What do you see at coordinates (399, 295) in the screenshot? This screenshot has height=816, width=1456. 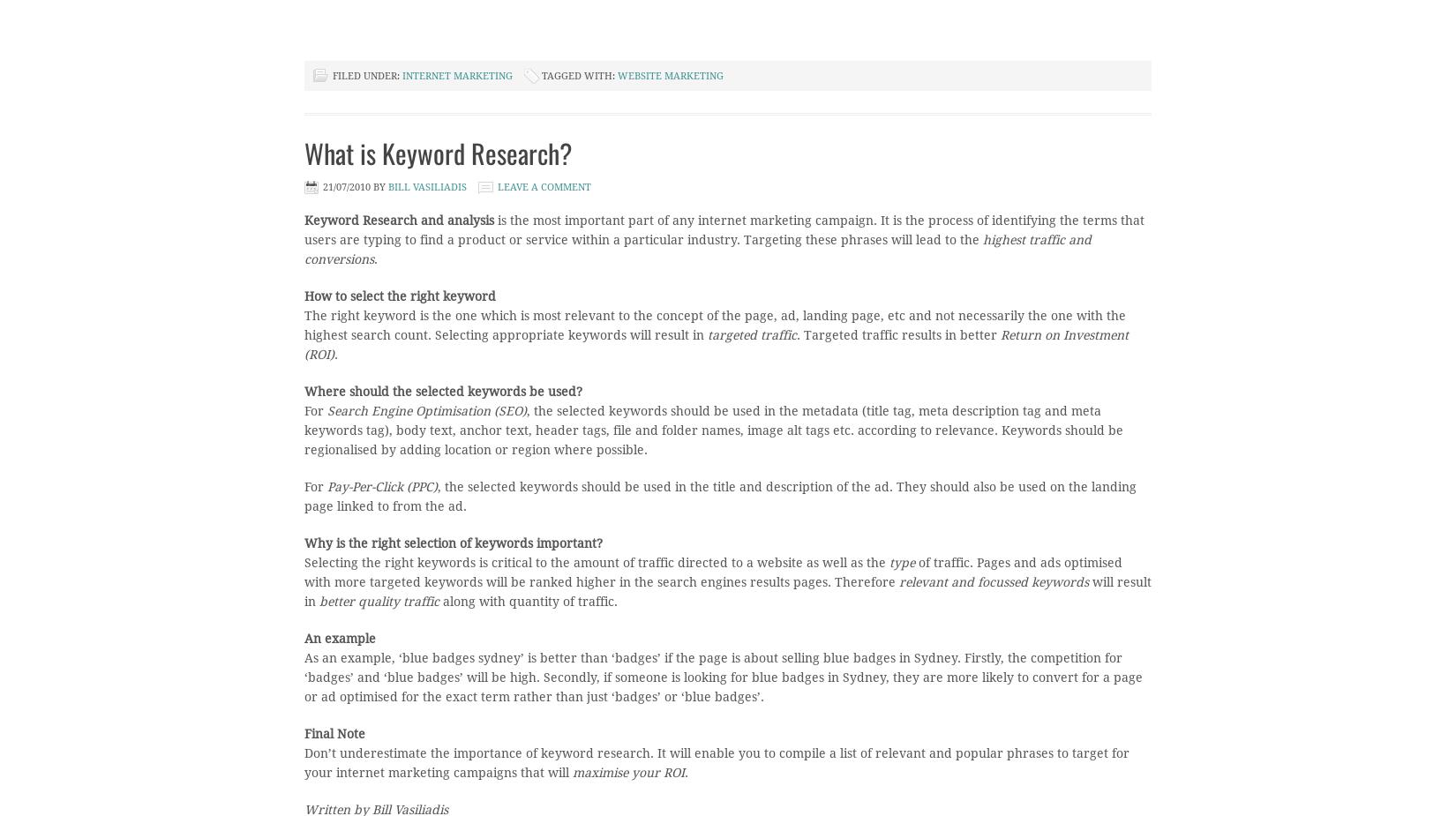 I see `'How to select the right keyword'` at bounding box center [399, 295].